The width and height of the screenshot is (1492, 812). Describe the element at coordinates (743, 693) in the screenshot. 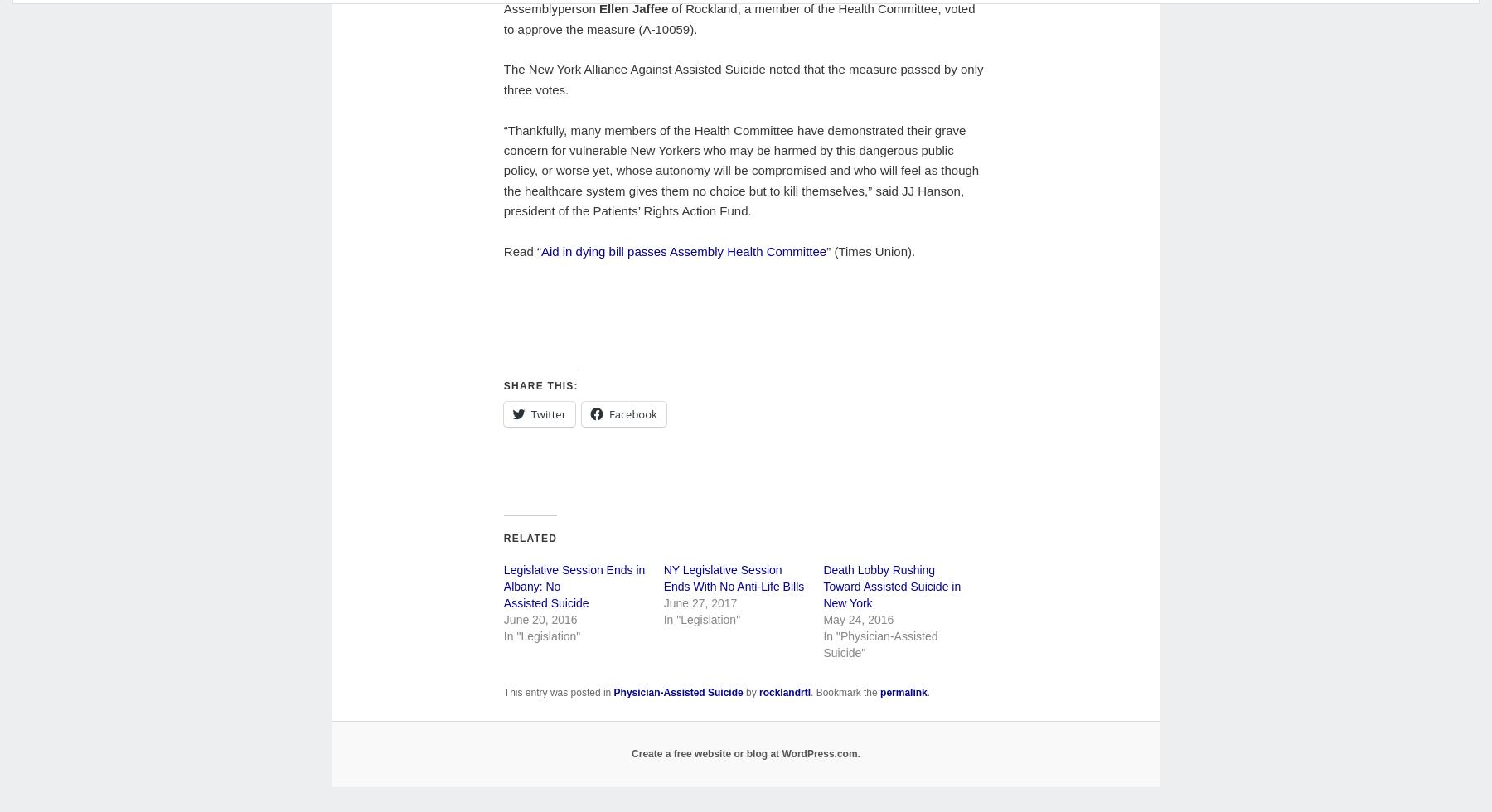

I see `'by'` at that location.